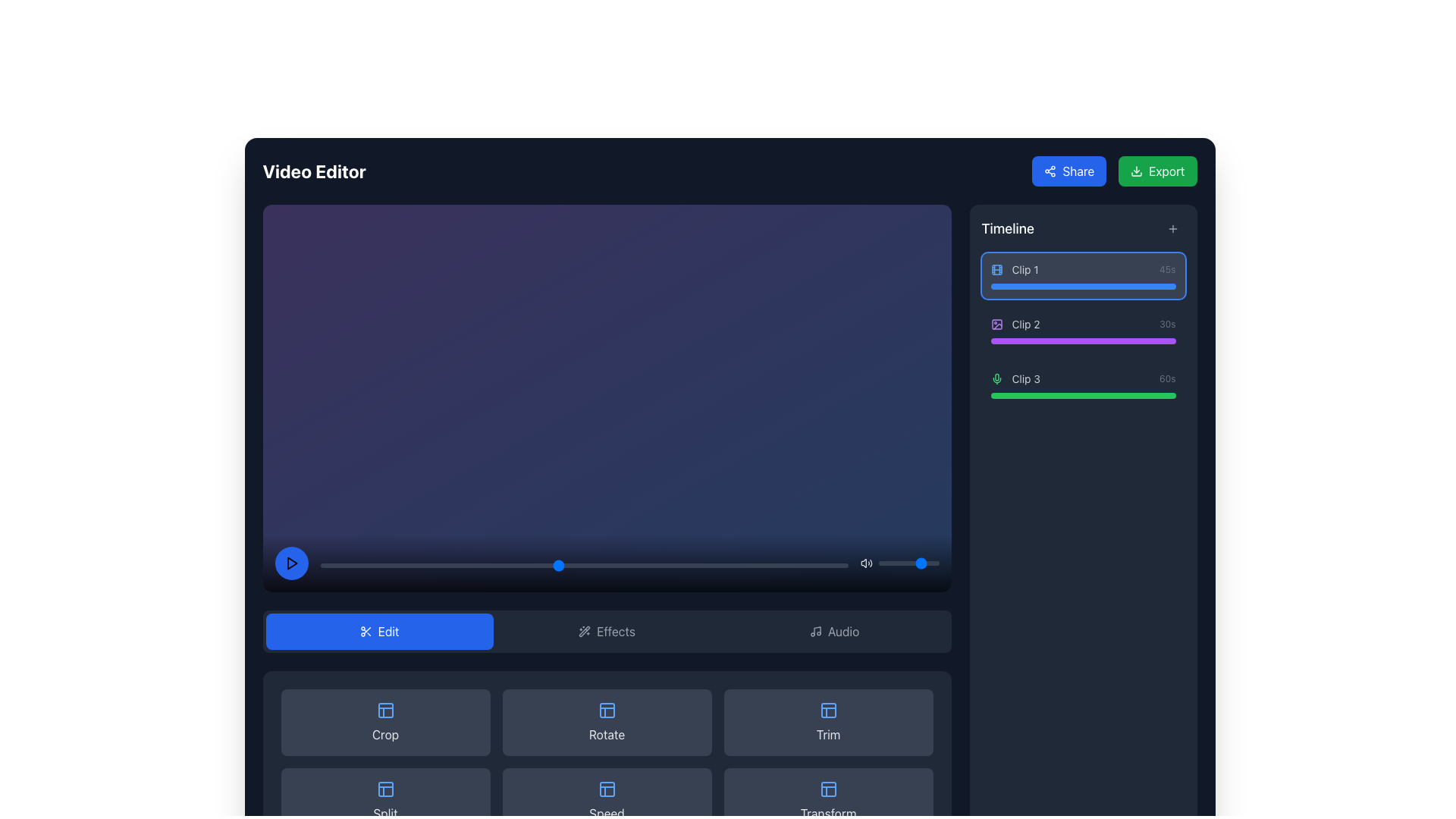  I want to click on the slider, so click(915, 563).